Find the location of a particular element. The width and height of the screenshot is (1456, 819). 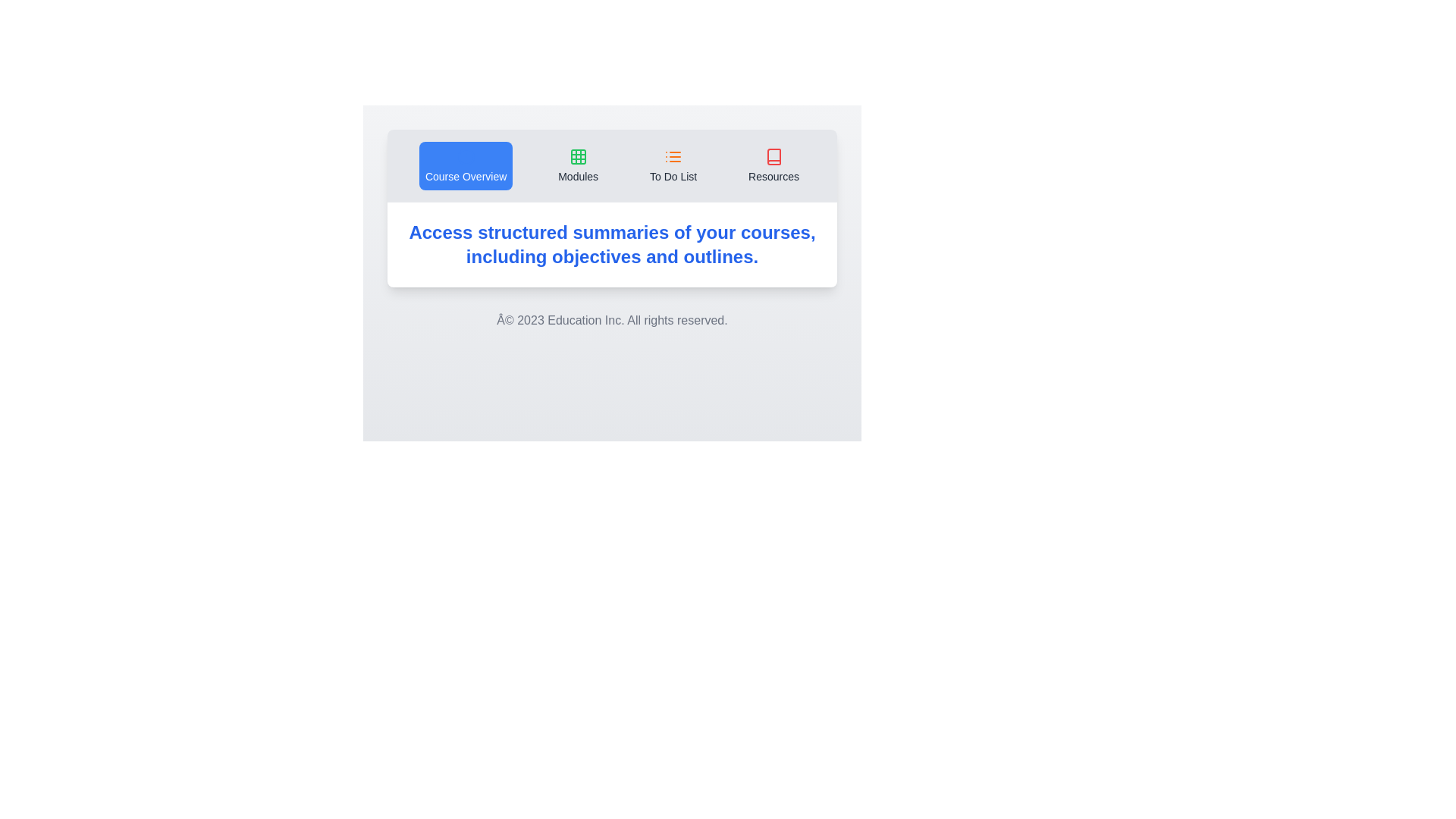

the tab labeled Resources is located at coordinates (773, 166).